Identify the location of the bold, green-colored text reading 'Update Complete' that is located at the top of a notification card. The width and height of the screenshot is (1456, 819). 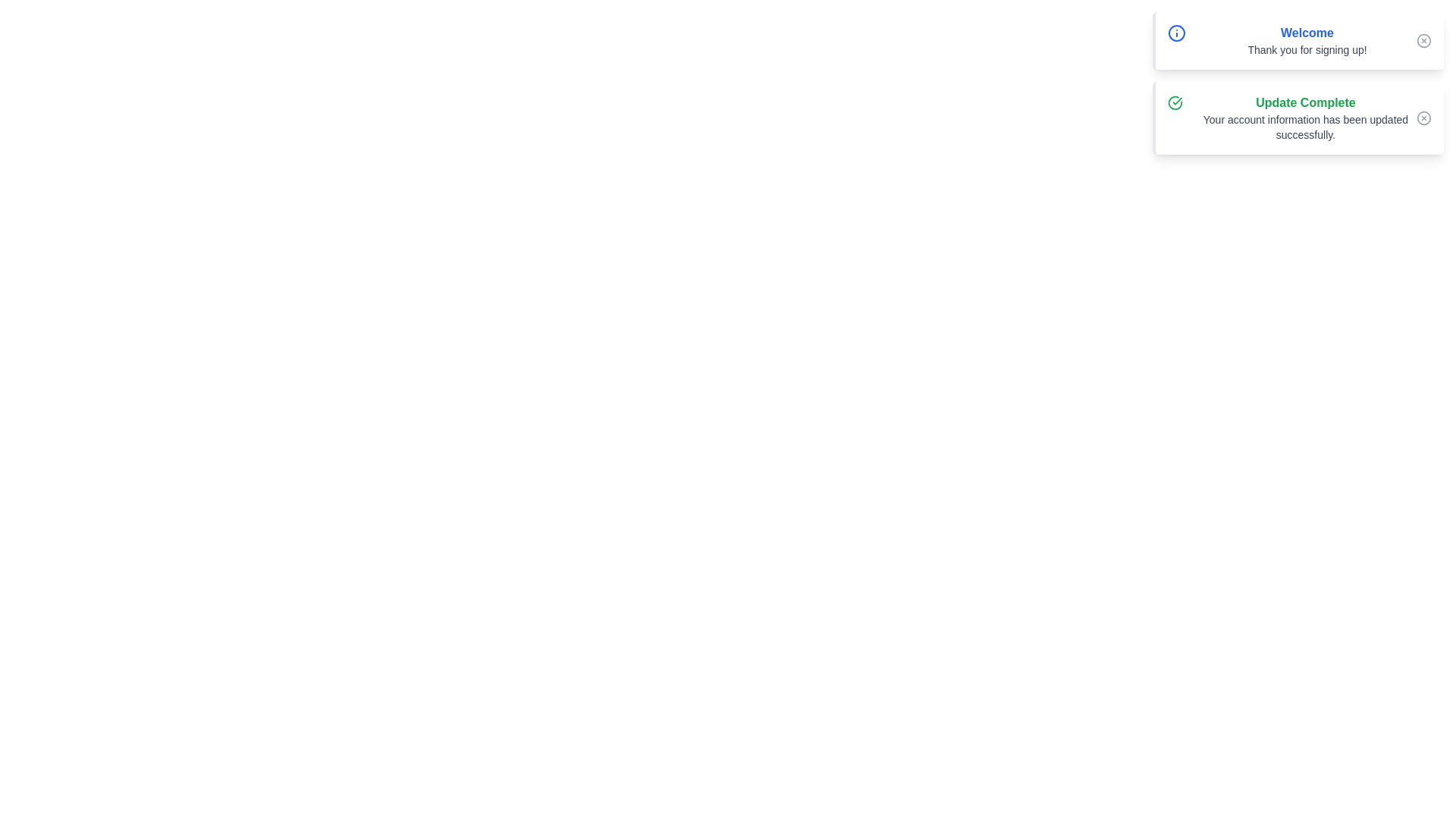
(1304, 102).